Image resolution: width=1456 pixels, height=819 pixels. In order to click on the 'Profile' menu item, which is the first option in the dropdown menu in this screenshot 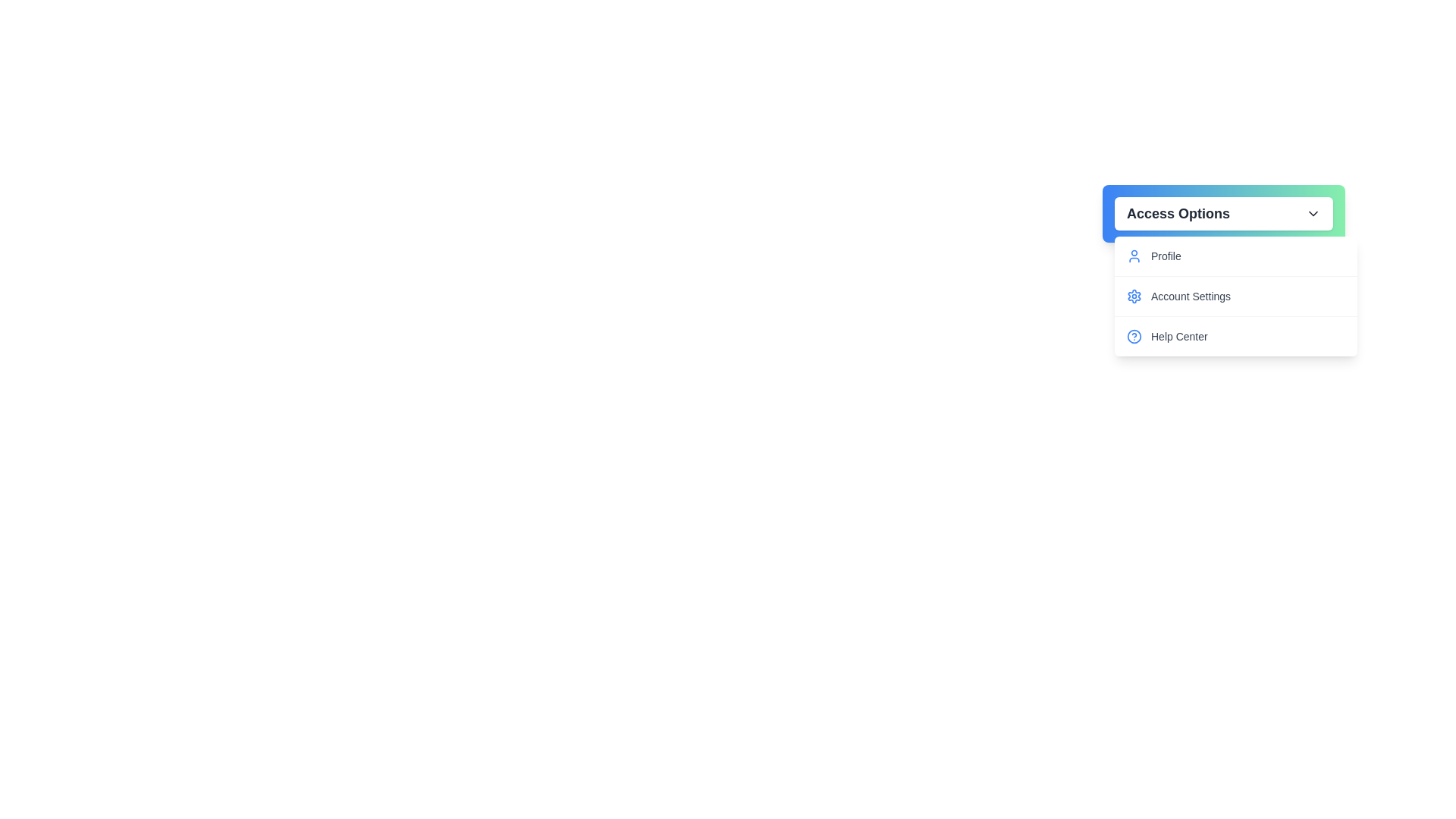, I will do `click(1236, 256)`.